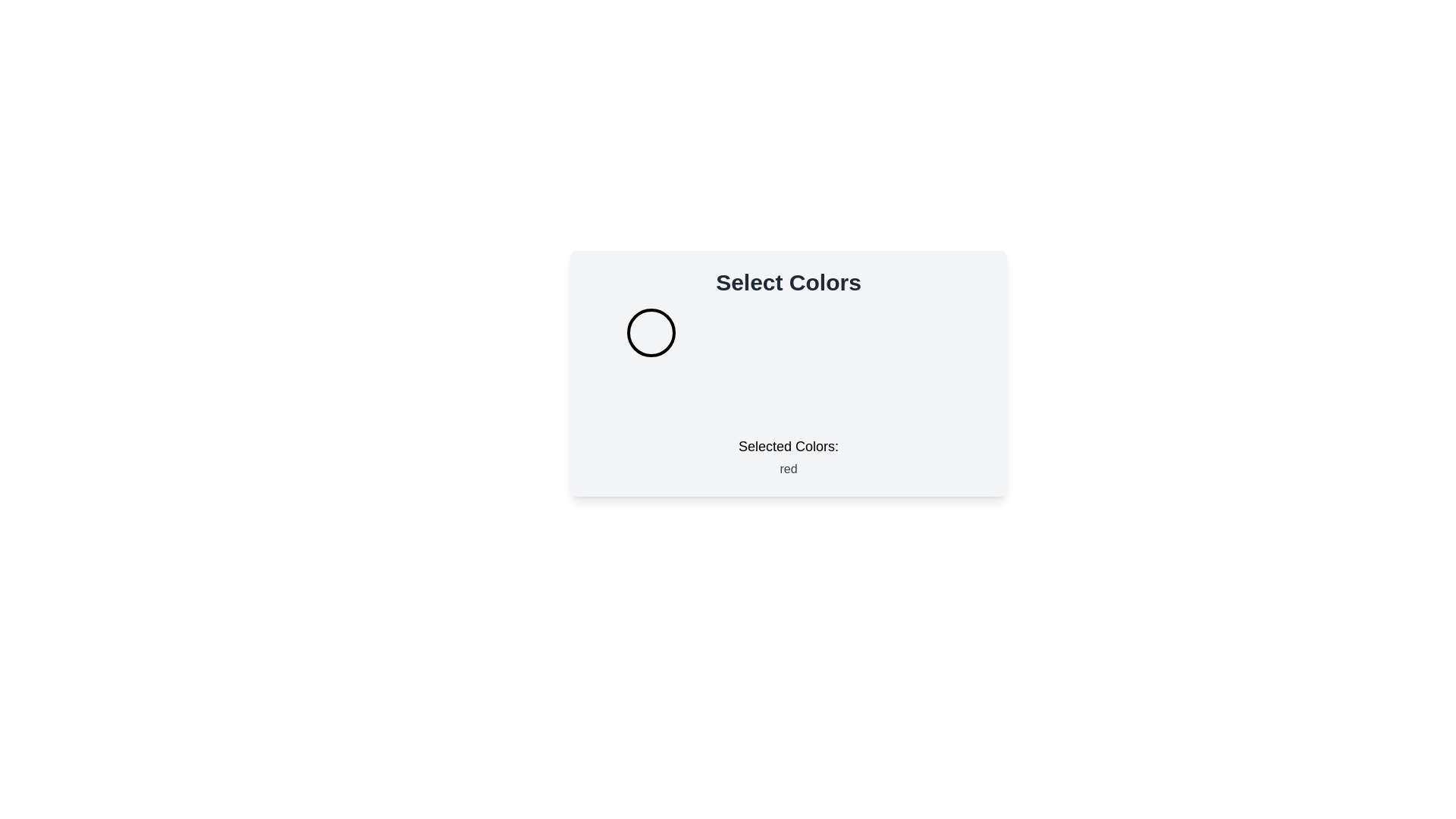  I want to click on the green circular graphical button located in the second column of the top row of the grid, so click(789, 332).